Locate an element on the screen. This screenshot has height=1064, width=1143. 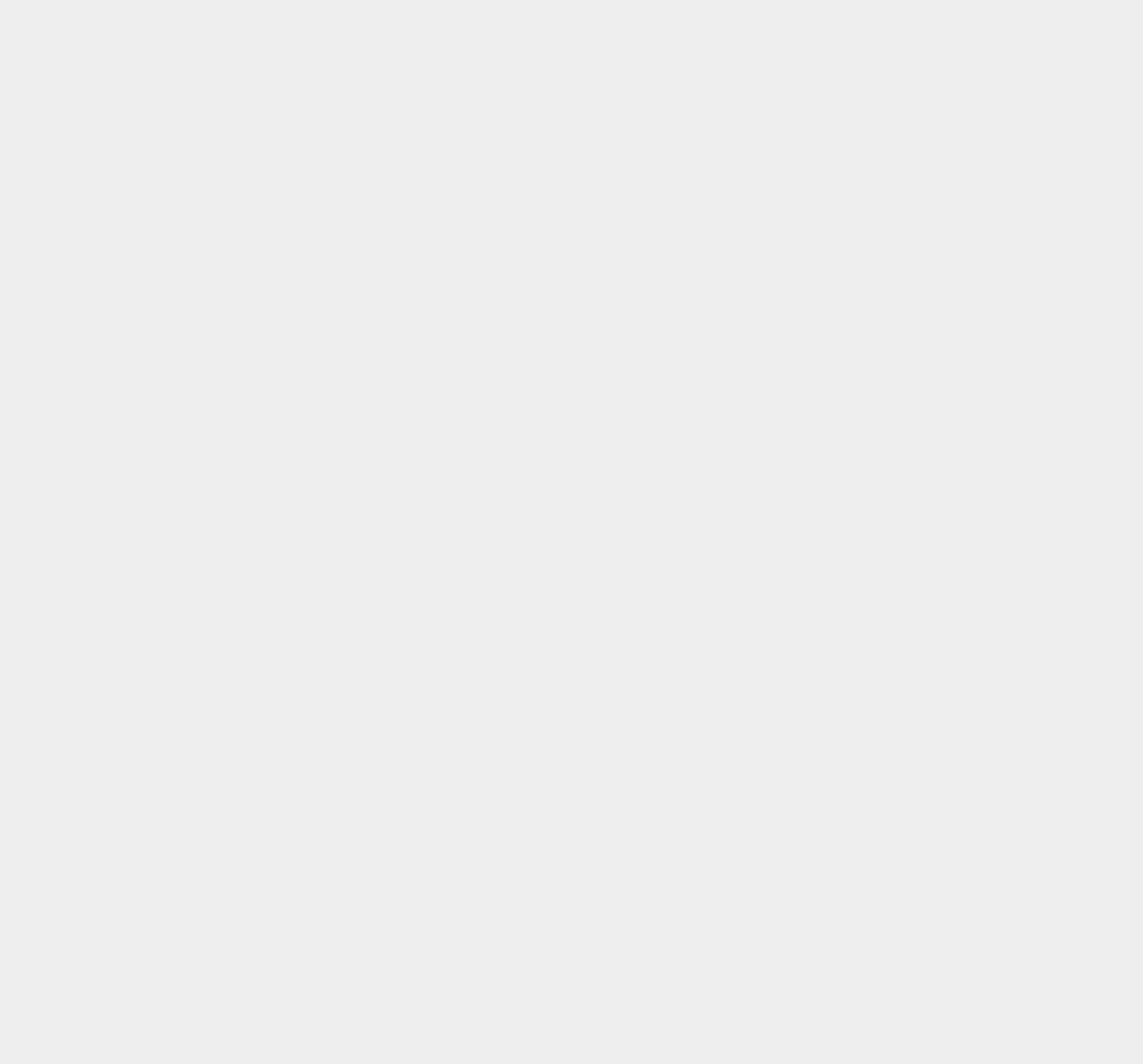
'Emulator' is located at coordinates (835, 287).